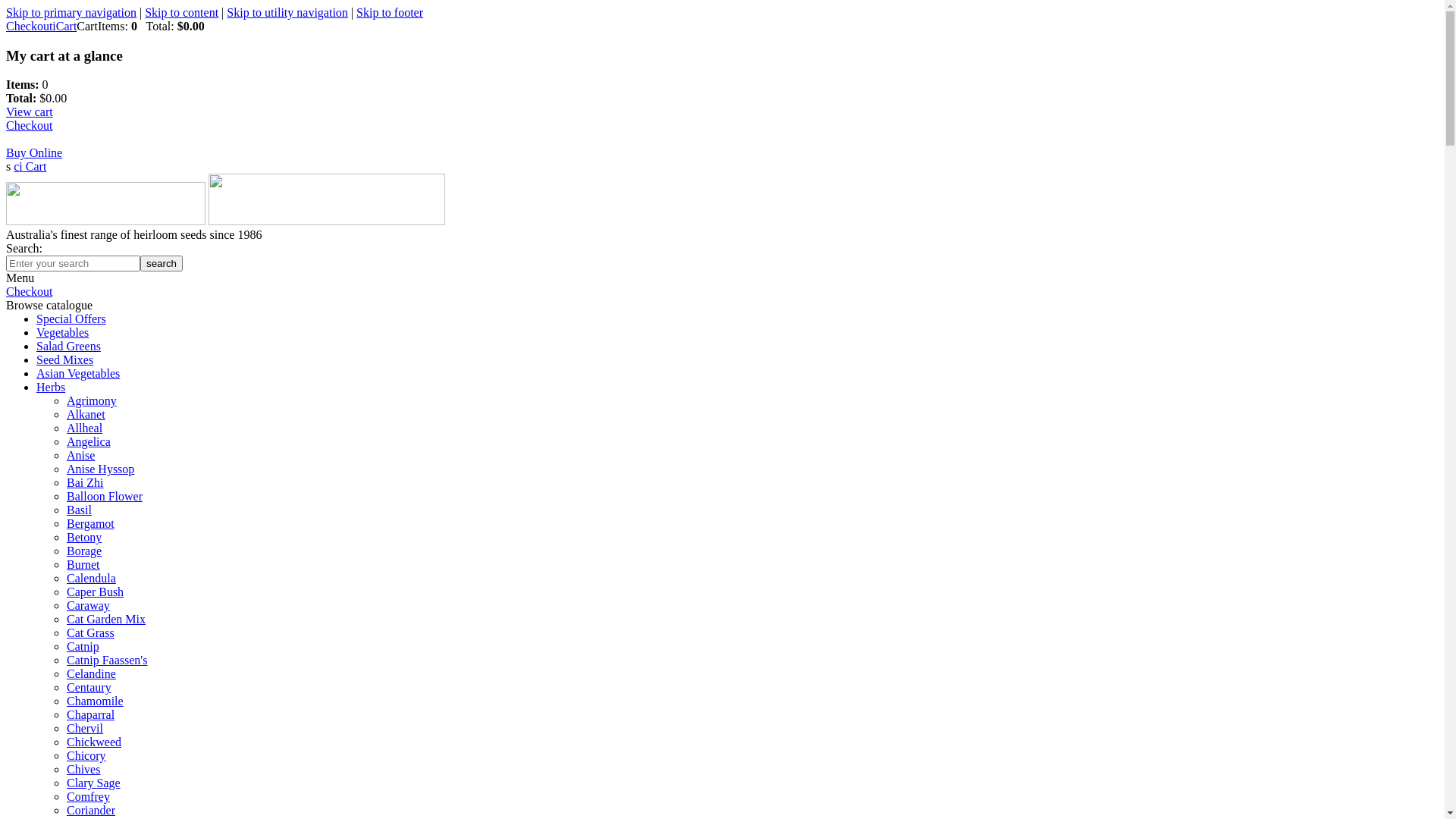  Describe the element at coordinates (65, 769) in the screenshot. I see `'Chives'` at that location.